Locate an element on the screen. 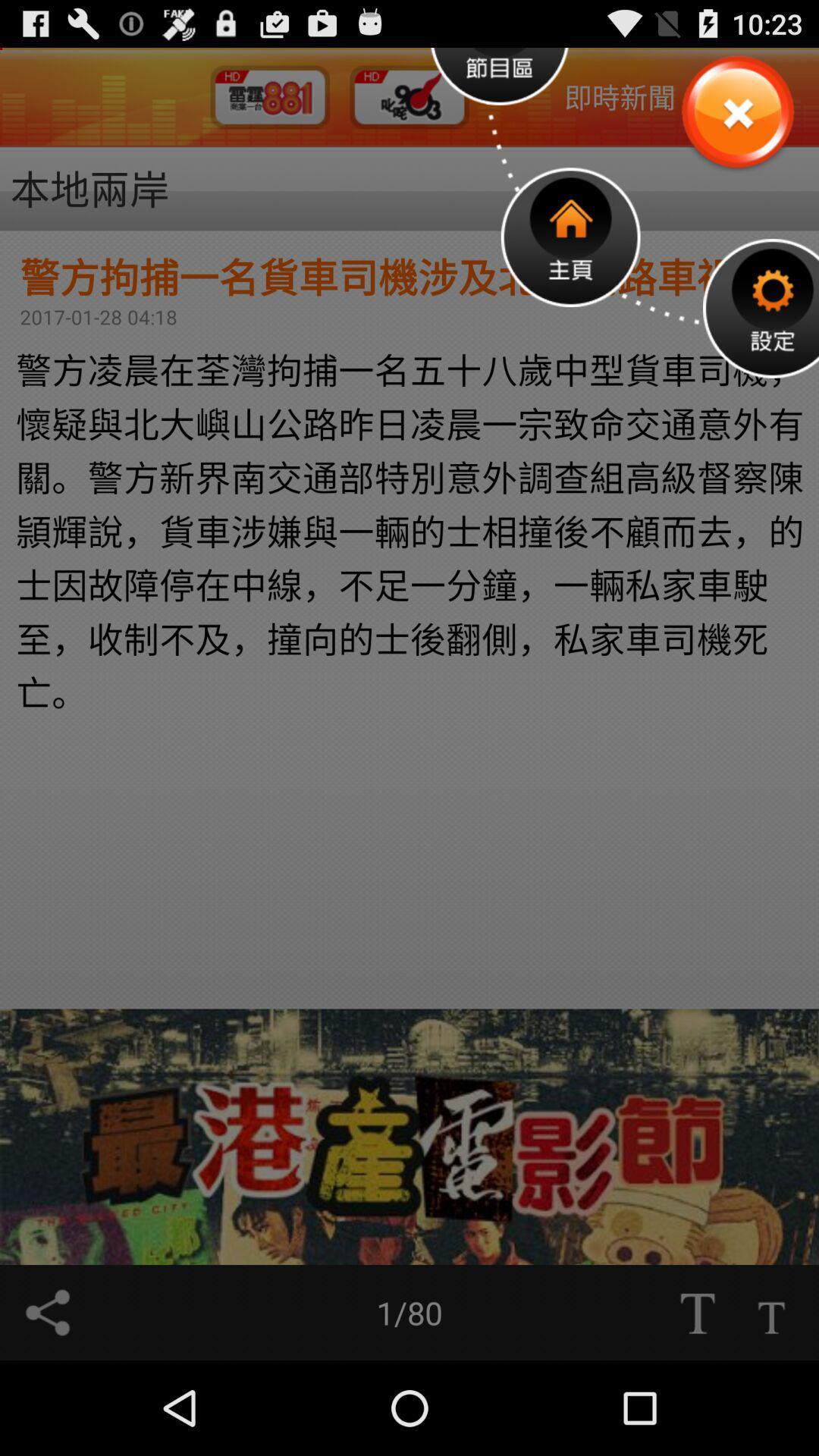  close is located at coordinates (736, 112).